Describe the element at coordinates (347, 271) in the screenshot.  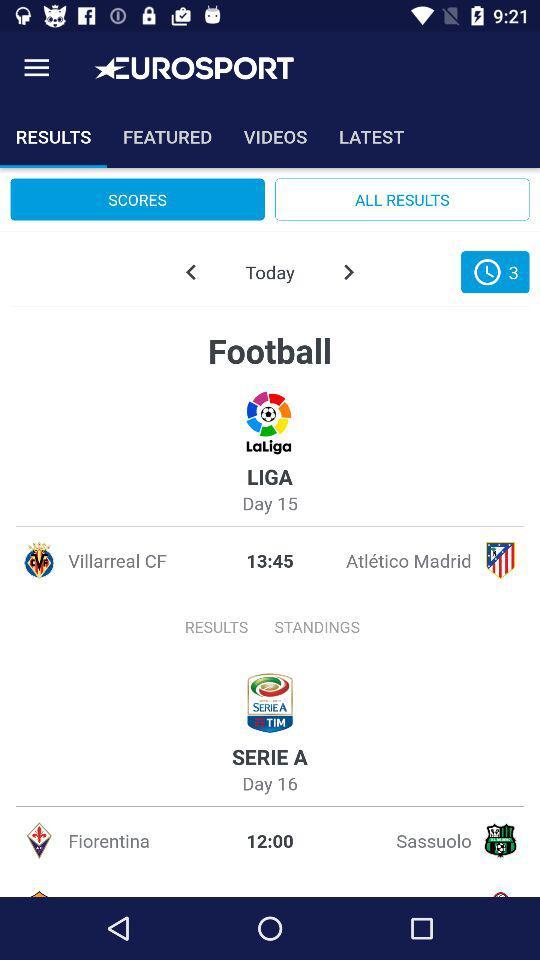
I see `next` at that location.